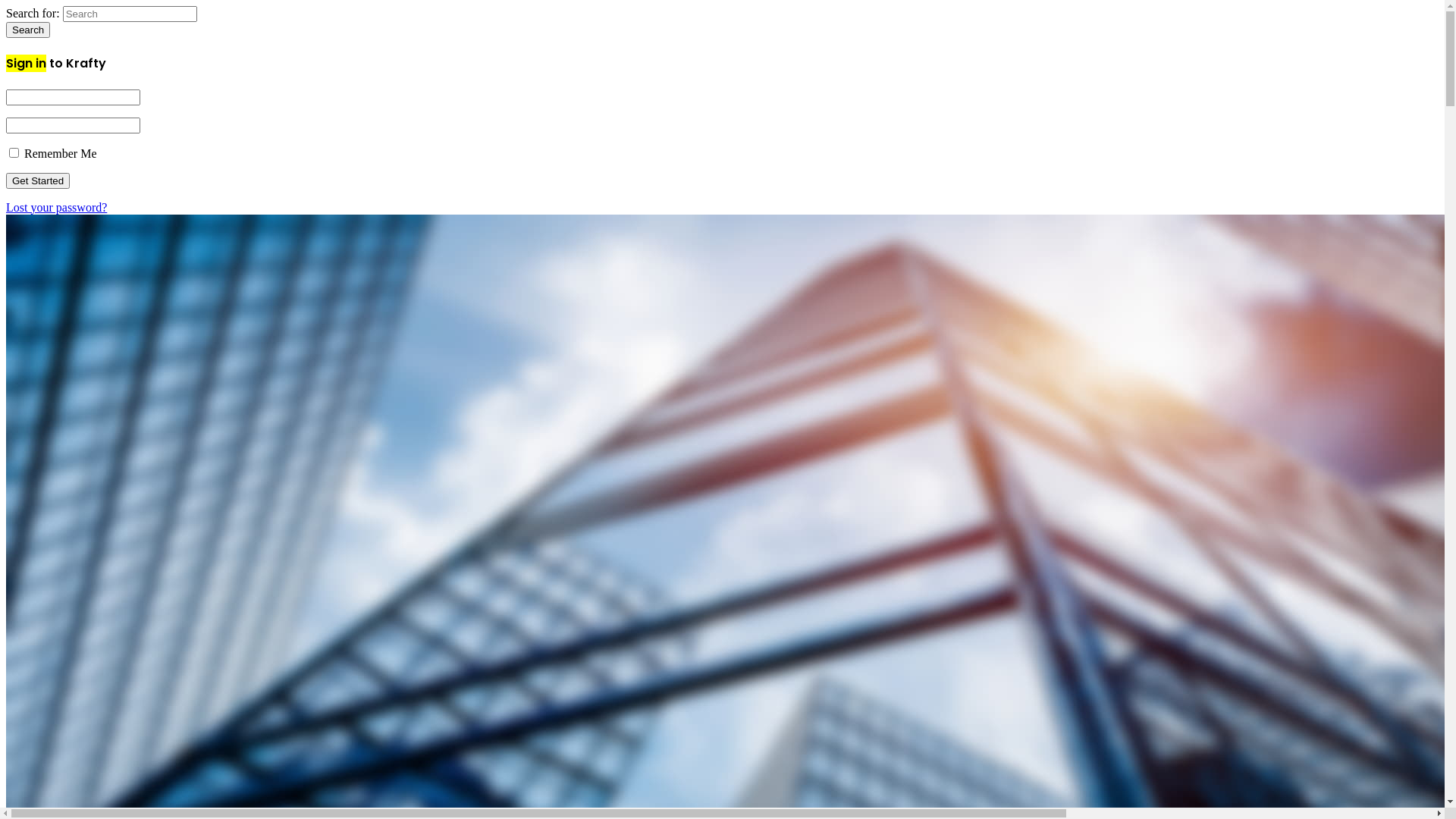  I want to click on 'Get Started', so click(37, 180).